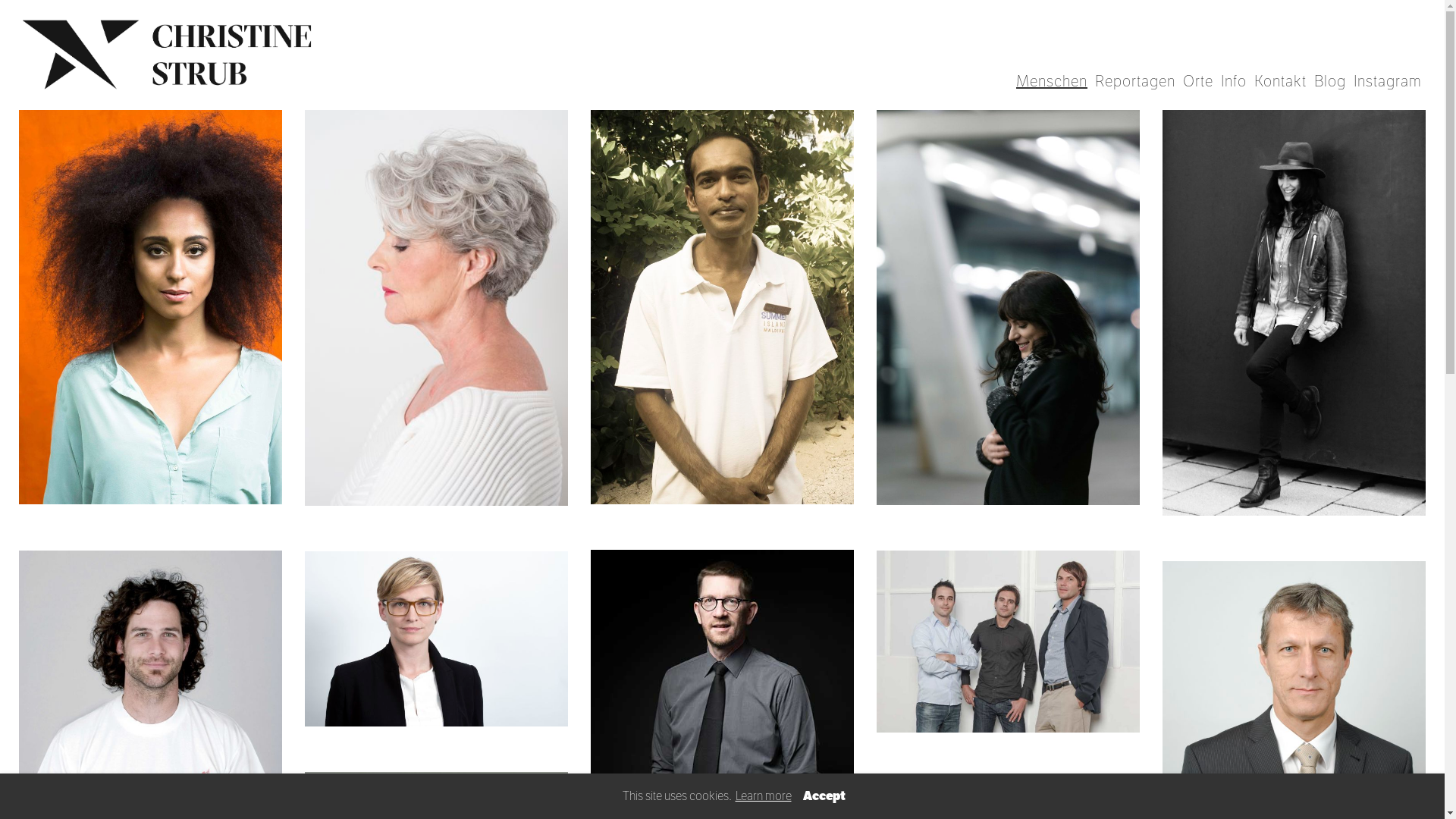 Image resolution: width=1456 pixels, height=819 pixels. What do you see at coordinates (1329, 81) in the screenshot?
I see `'Blog'` at bounding box center [1329, 81].